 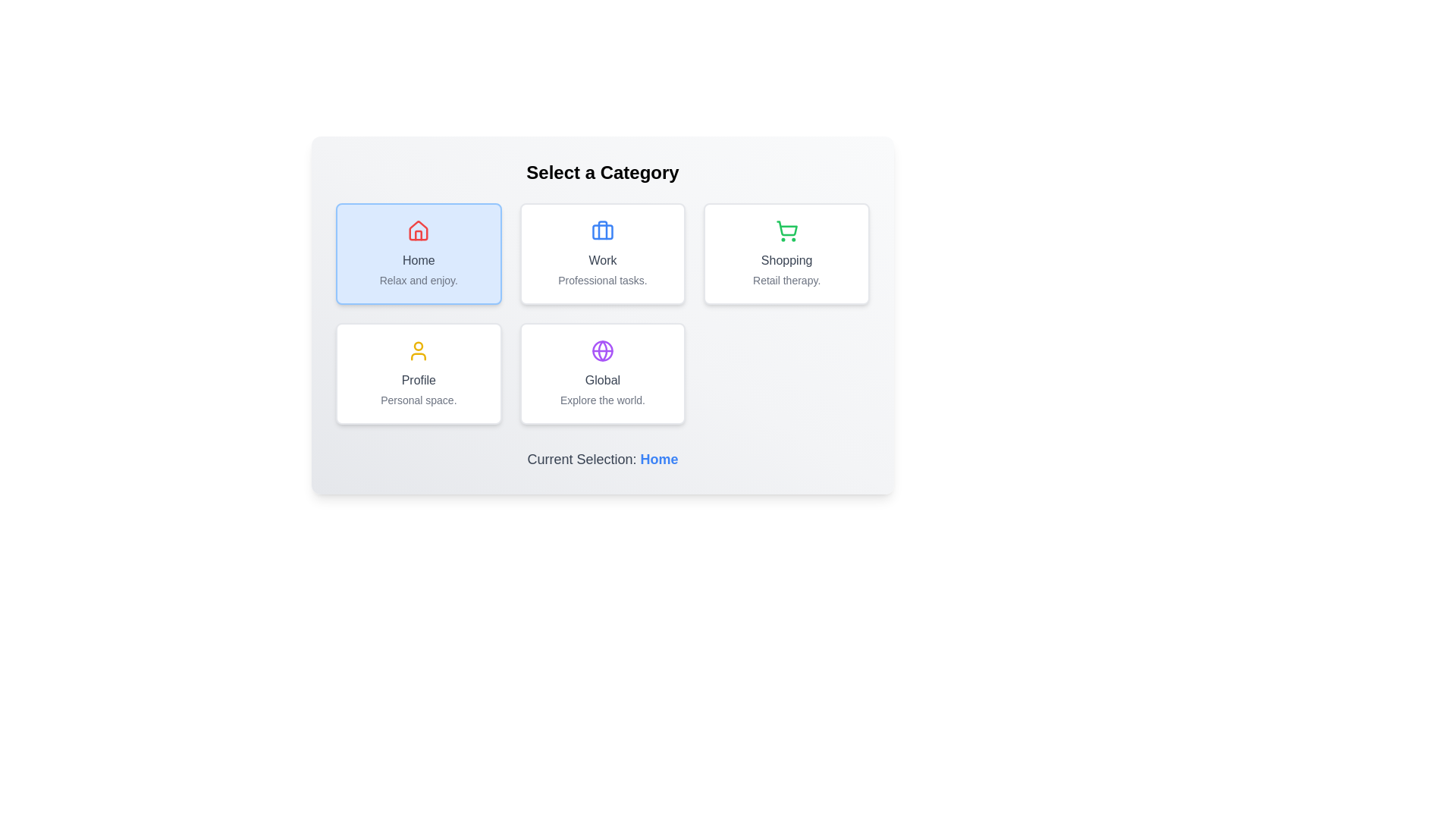 What do you see at coordinates (786, 253) in the screenshot?
I see `the category button corresponding to Shopping` at bounding box center [786, 253].